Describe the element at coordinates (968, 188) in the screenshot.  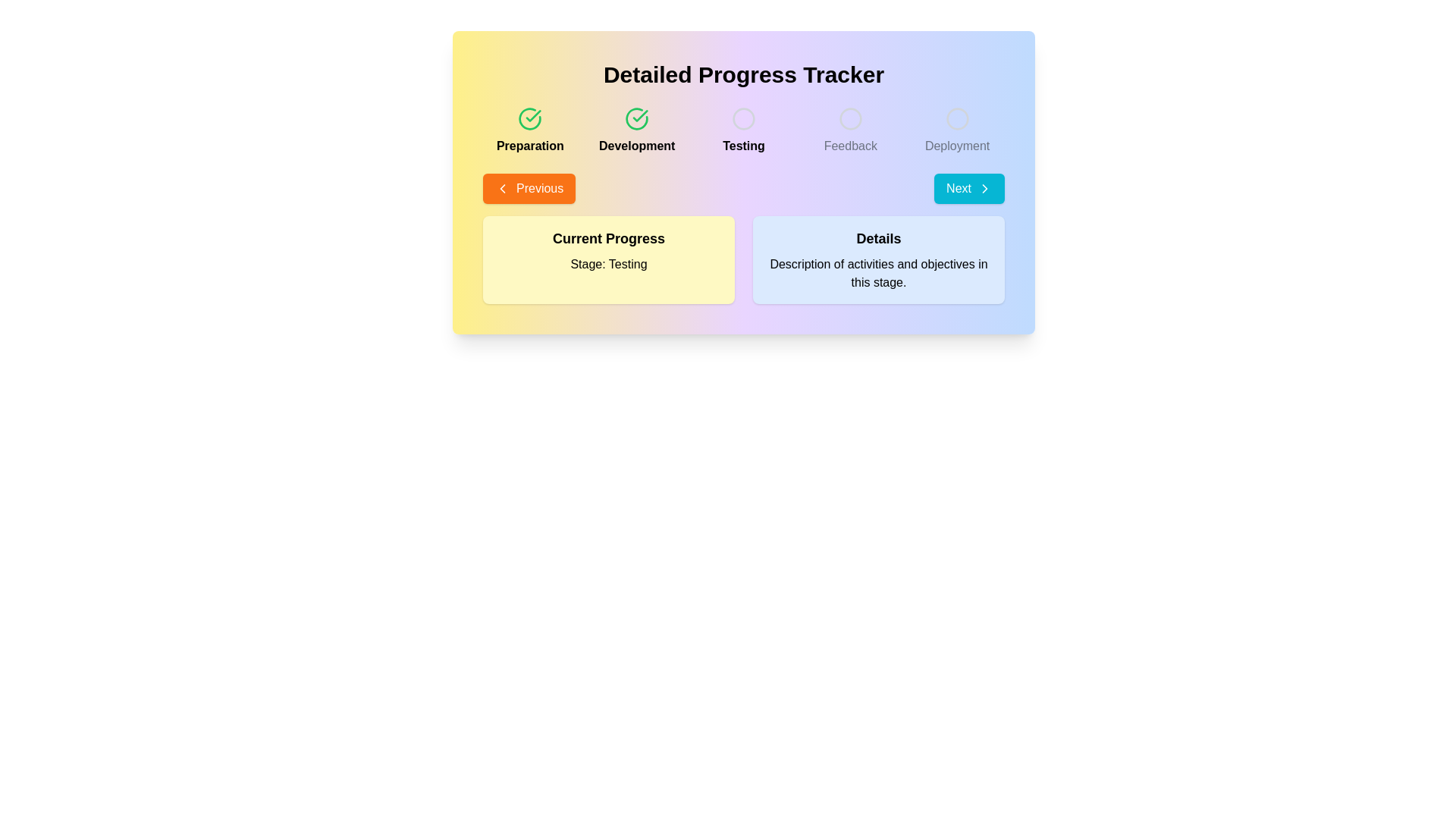
I see `the 'Next' button, which is a rectangular button with rounded corners, light cyan background, and white text that reads 'Next', located at the bottom of the interface` at that location.